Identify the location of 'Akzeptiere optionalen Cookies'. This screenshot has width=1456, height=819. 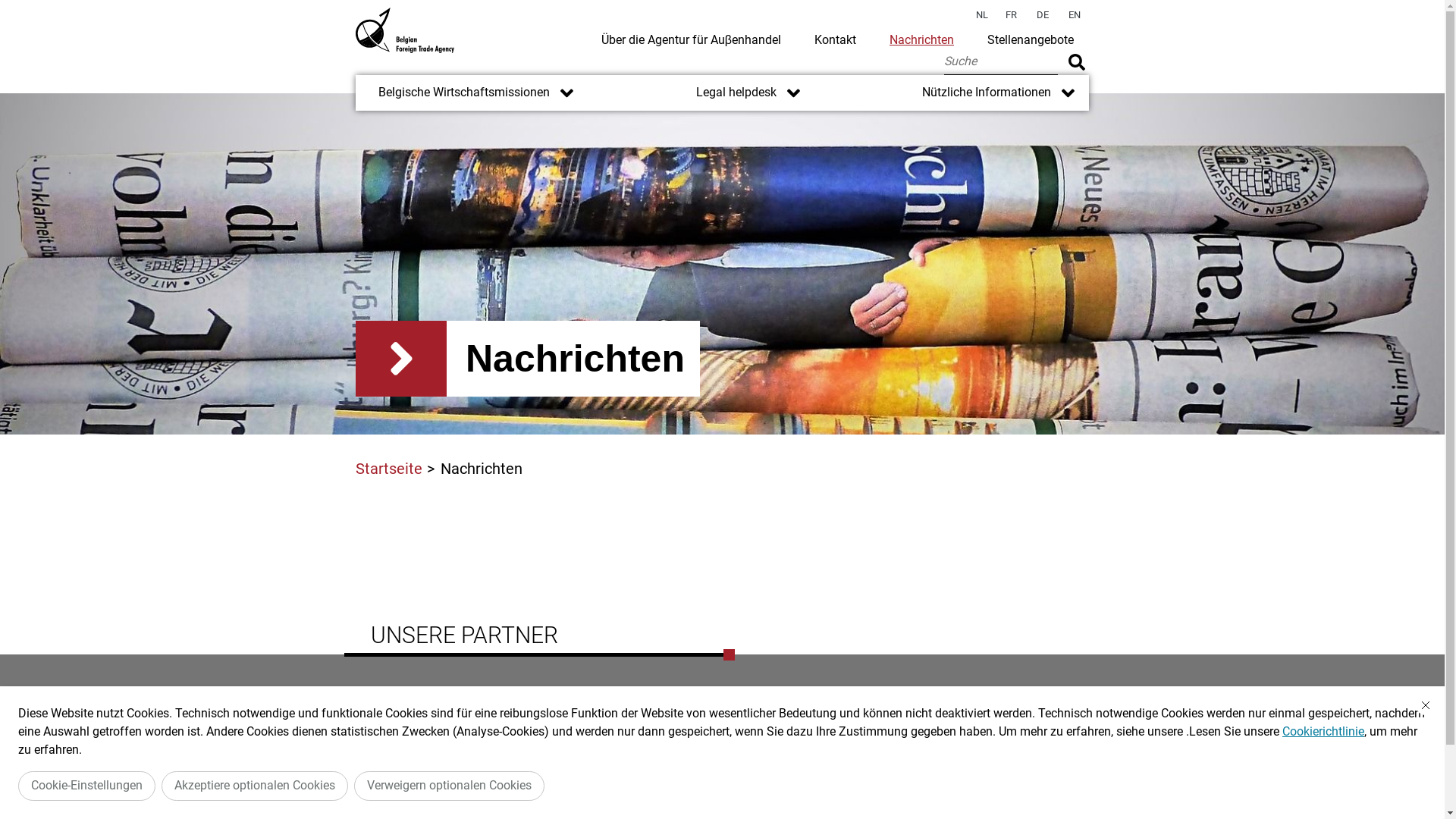
(255, 785).